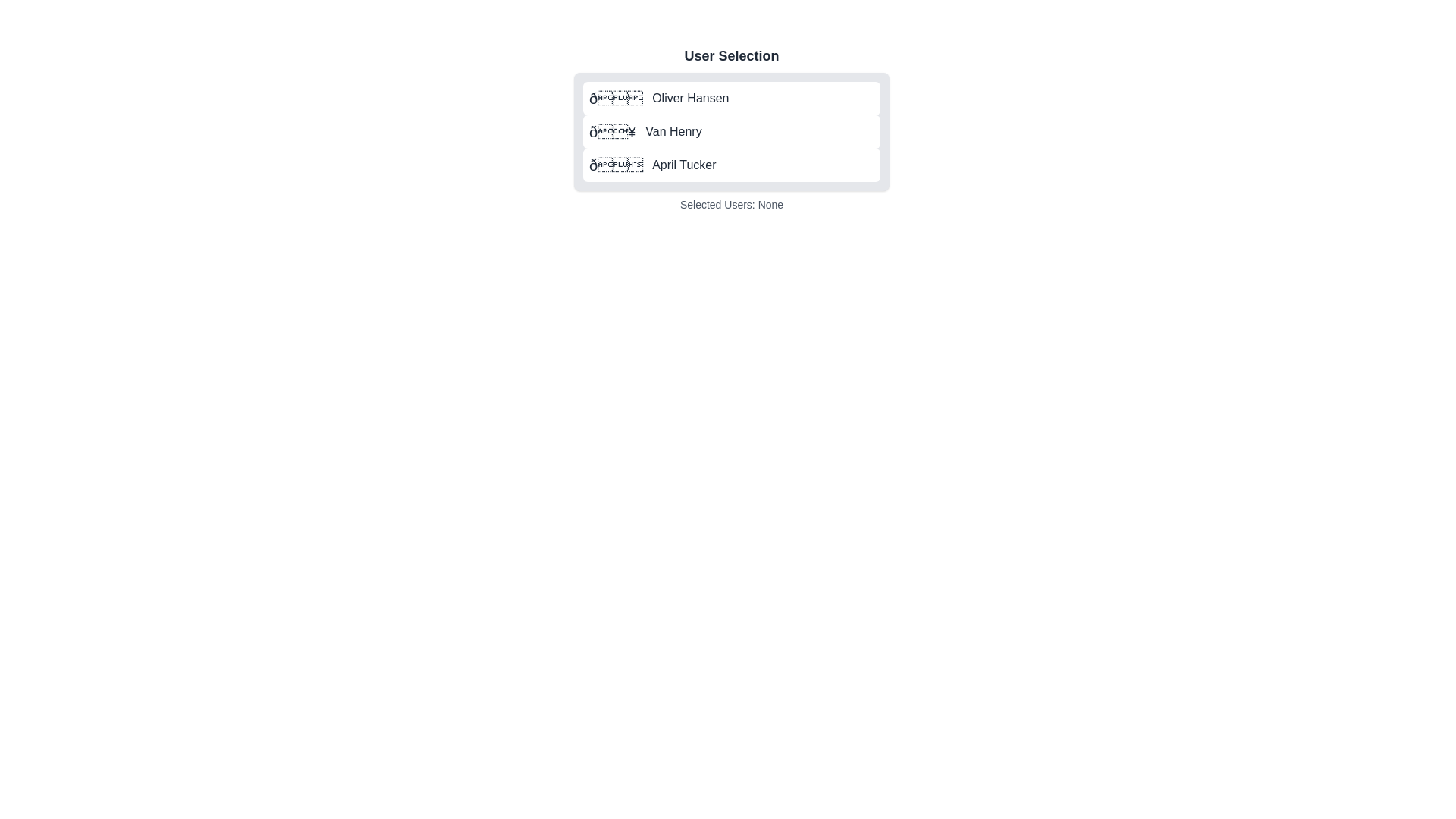 The height and width of the screenshot is (819, 1456). Describe the element at coordinates (616, 99) in the screenshot. I see `the star emoji icon that precedes the name 'Oliver Hansen' in the user selection box` at that location.